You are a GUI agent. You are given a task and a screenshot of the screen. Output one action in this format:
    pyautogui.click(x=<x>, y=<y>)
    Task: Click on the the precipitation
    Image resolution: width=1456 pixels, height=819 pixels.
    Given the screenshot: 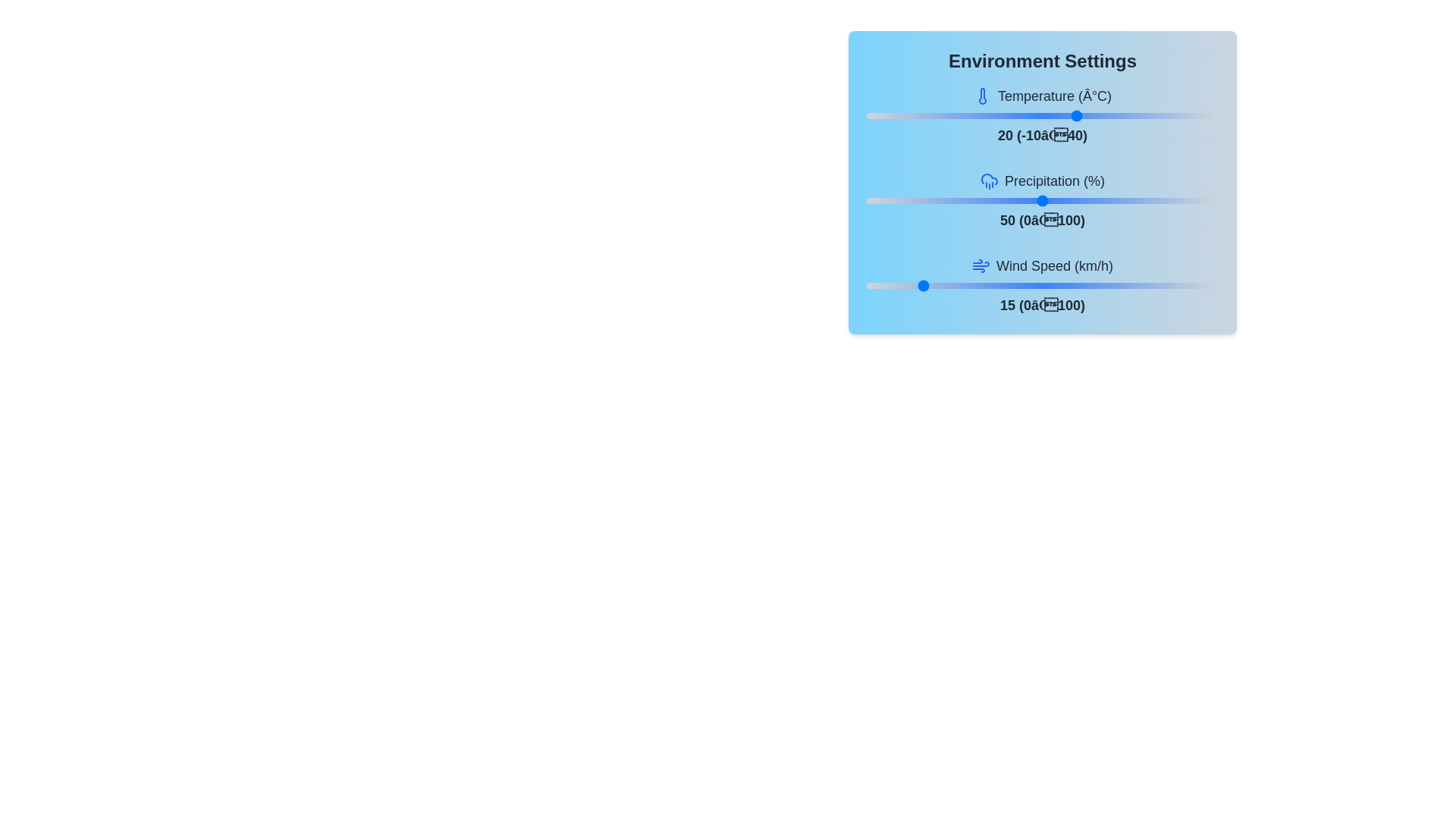 What is the action you would take?
    pyautogui.click(x=1127, y=200)
    